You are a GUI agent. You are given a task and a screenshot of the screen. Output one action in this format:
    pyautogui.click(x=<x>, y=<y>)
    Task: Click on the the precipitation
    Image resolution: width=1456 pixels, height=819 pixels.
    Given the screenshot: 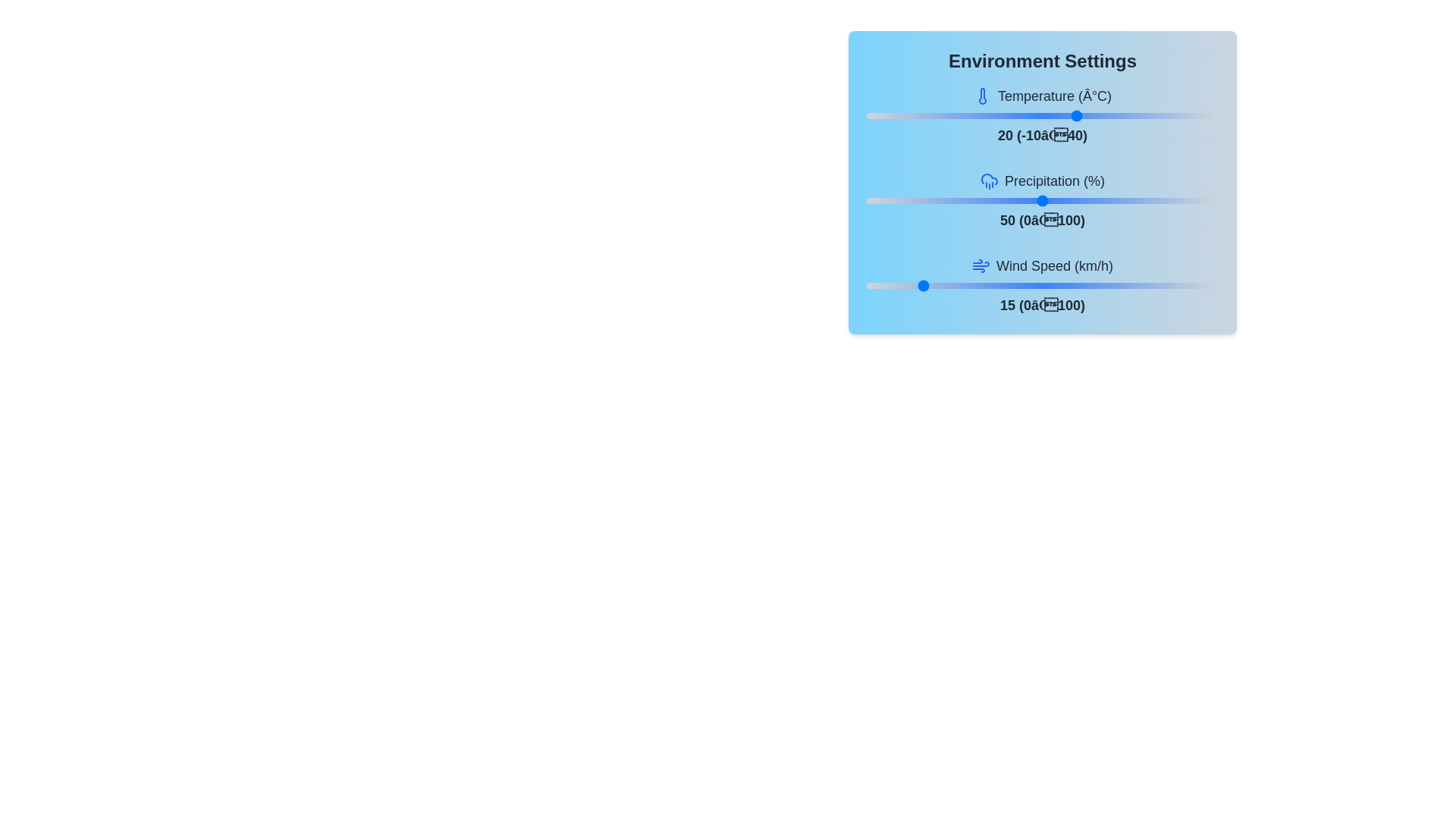 What is the action you would take?
    pyautogui.click(x=1127, y=200)
    